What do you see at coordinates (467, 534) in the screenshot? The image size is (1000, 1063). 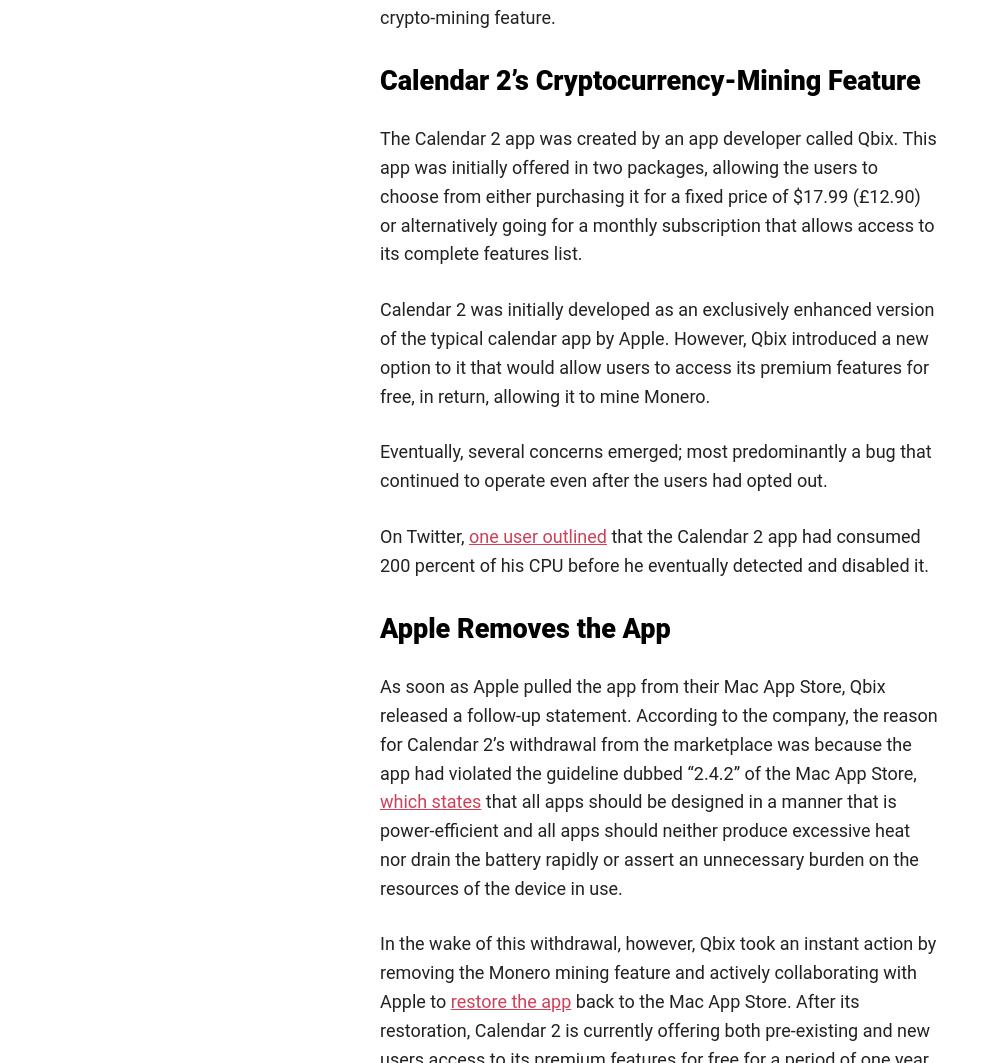 I see `'one user outlined'` at bounding box center [467, 534].